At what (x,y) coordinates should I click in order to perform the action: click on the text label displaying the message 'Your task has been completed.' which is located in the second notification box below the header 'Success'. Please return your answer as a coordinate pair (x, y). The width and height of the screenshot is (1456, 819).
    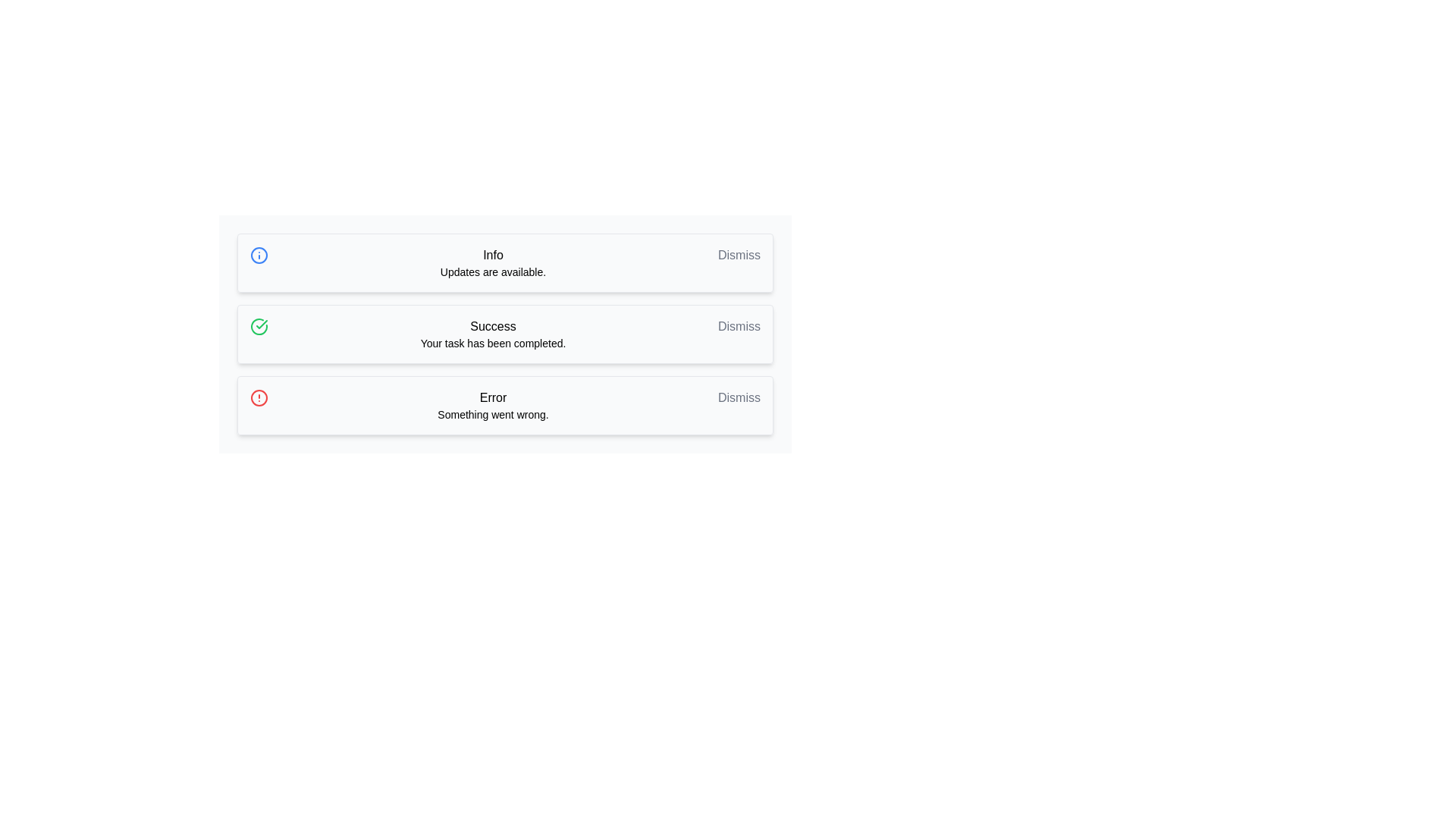
    Looking at the image, I should click on (493, 343).